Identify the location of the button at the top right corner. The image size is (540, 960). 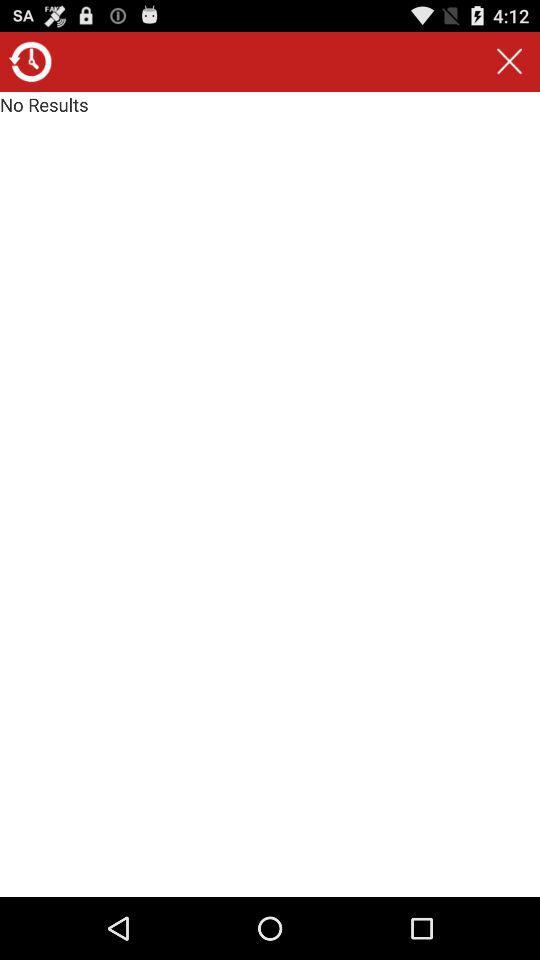
(509, 61).